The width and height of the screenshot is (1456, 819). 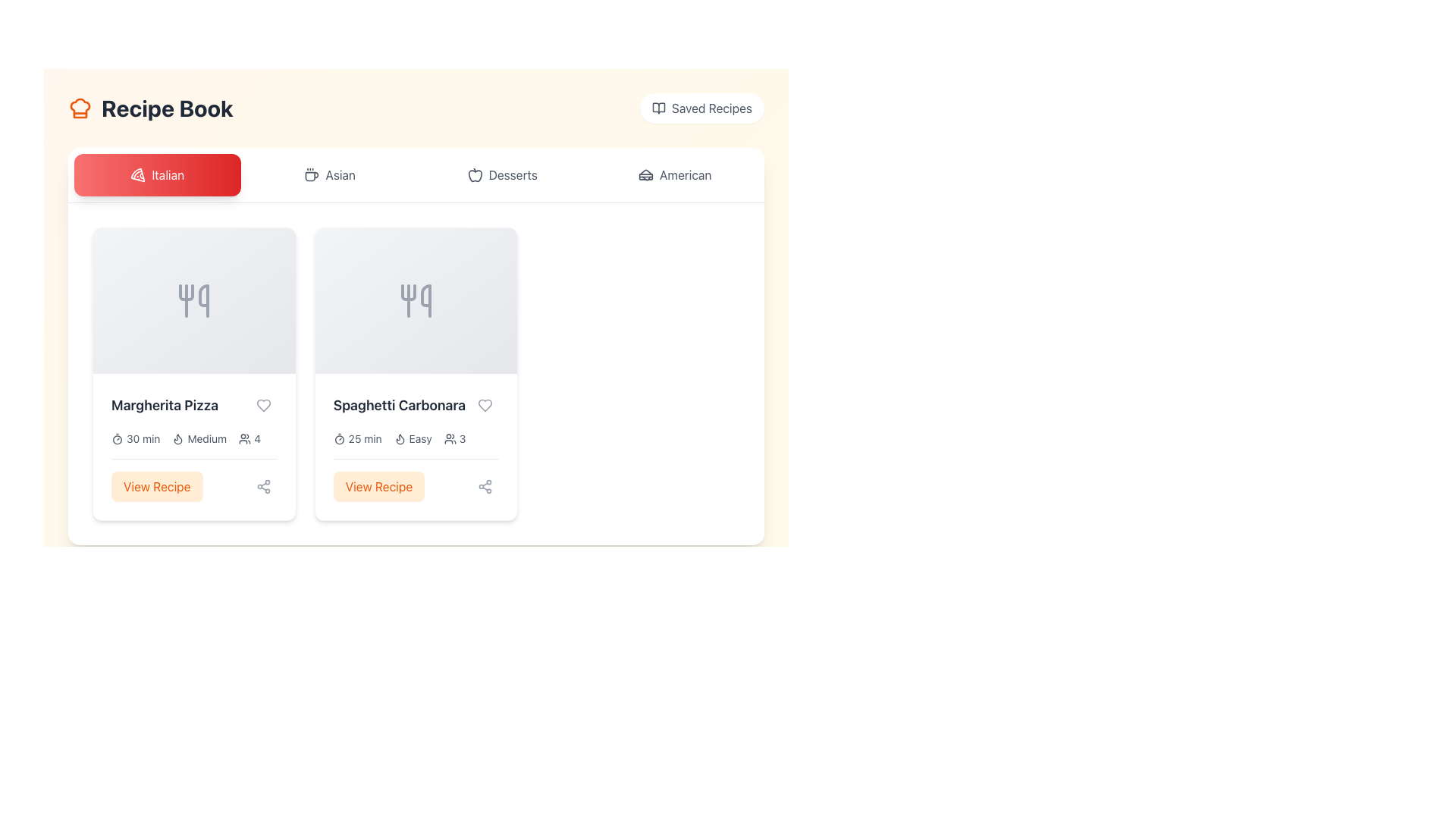 I want to click on the button at the bottom left of the 'Margherita Pizza' recipe card, so click(x=193, y=480).